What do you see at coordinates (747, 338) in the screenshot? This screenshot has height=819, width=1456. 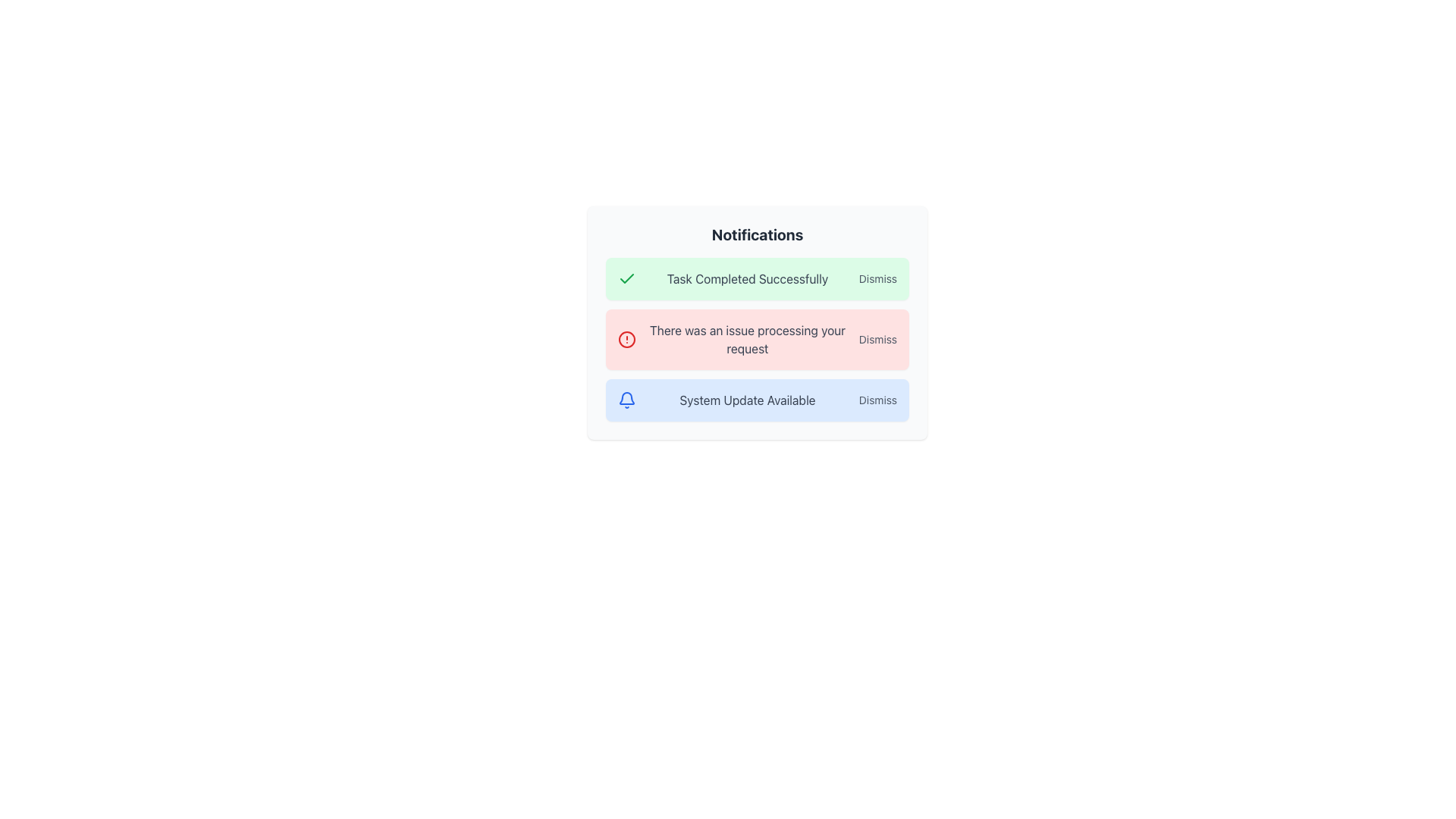 I see `the text label displaying the message 'There was an issue processing your request', which is located in the second notification row, indicating an alert or error` at bounding box center [747, 338].